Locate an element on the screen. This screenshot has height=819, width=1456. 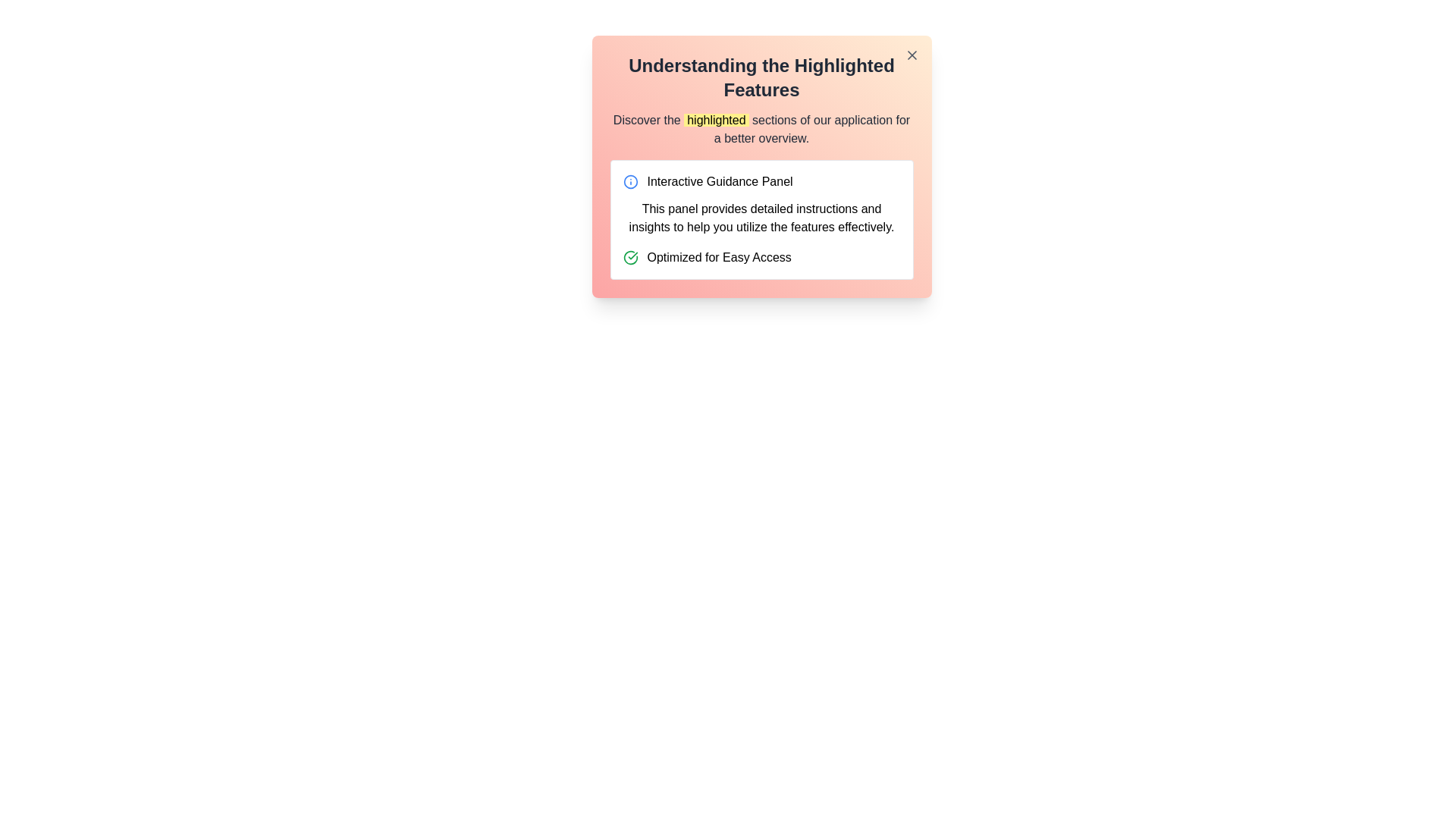
the close icon in the top-right corner of the gradient-colored panel titled 'Understanding the Highlighted Features' to change its color is located at coordinates (911, 55).